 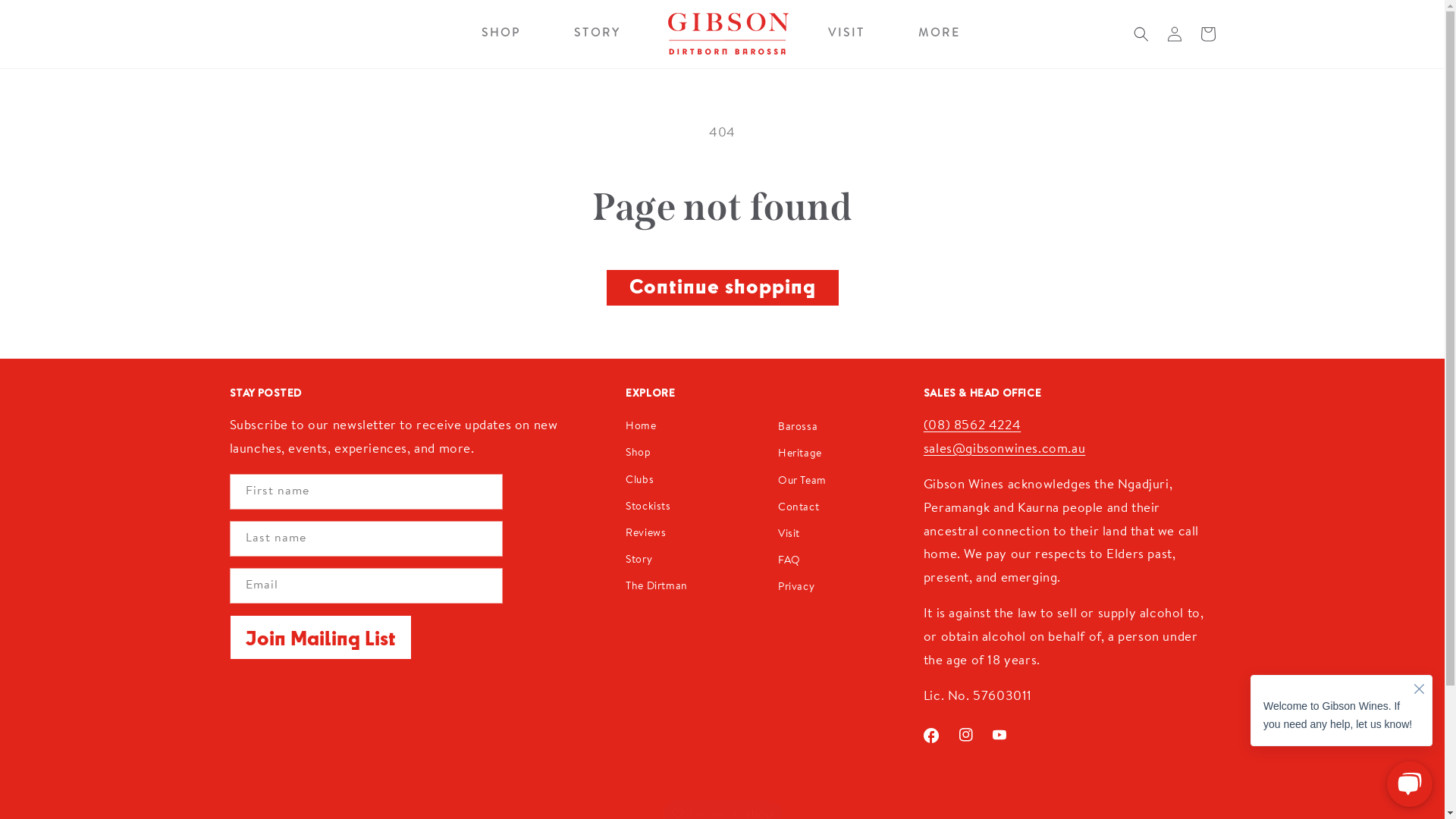 I want to click on 'VISIT', so click(x=827, y=34).